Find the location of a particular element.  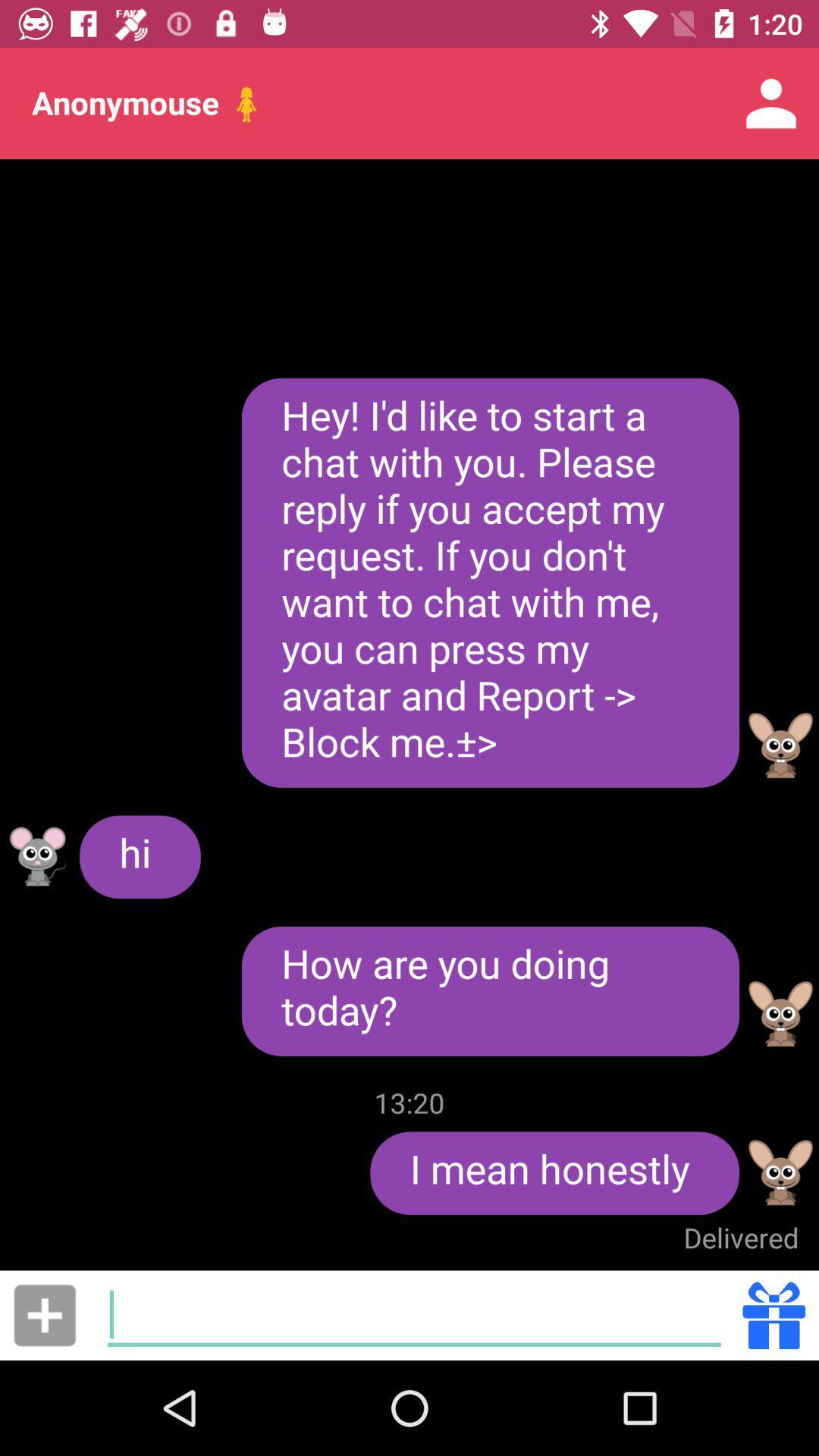

person is located at coordinates (44, 1314).